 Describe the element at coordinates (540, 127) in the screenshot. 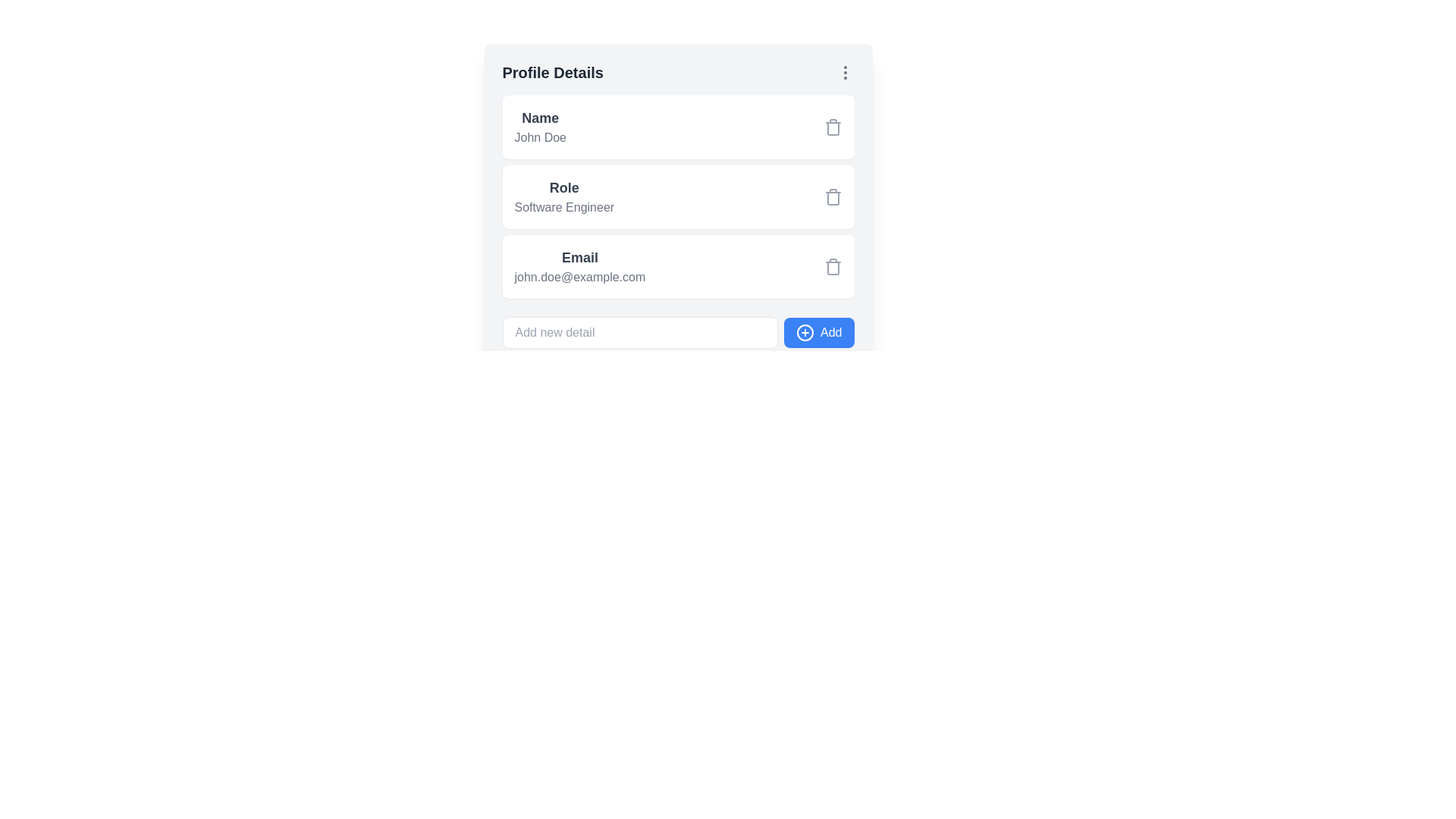

I see `the Text display element showing the user's name in the profile details section, located near the top of the user interface, left-aligned in the first row of profile details, preceded by the label 'Profile Details.'` at that location.